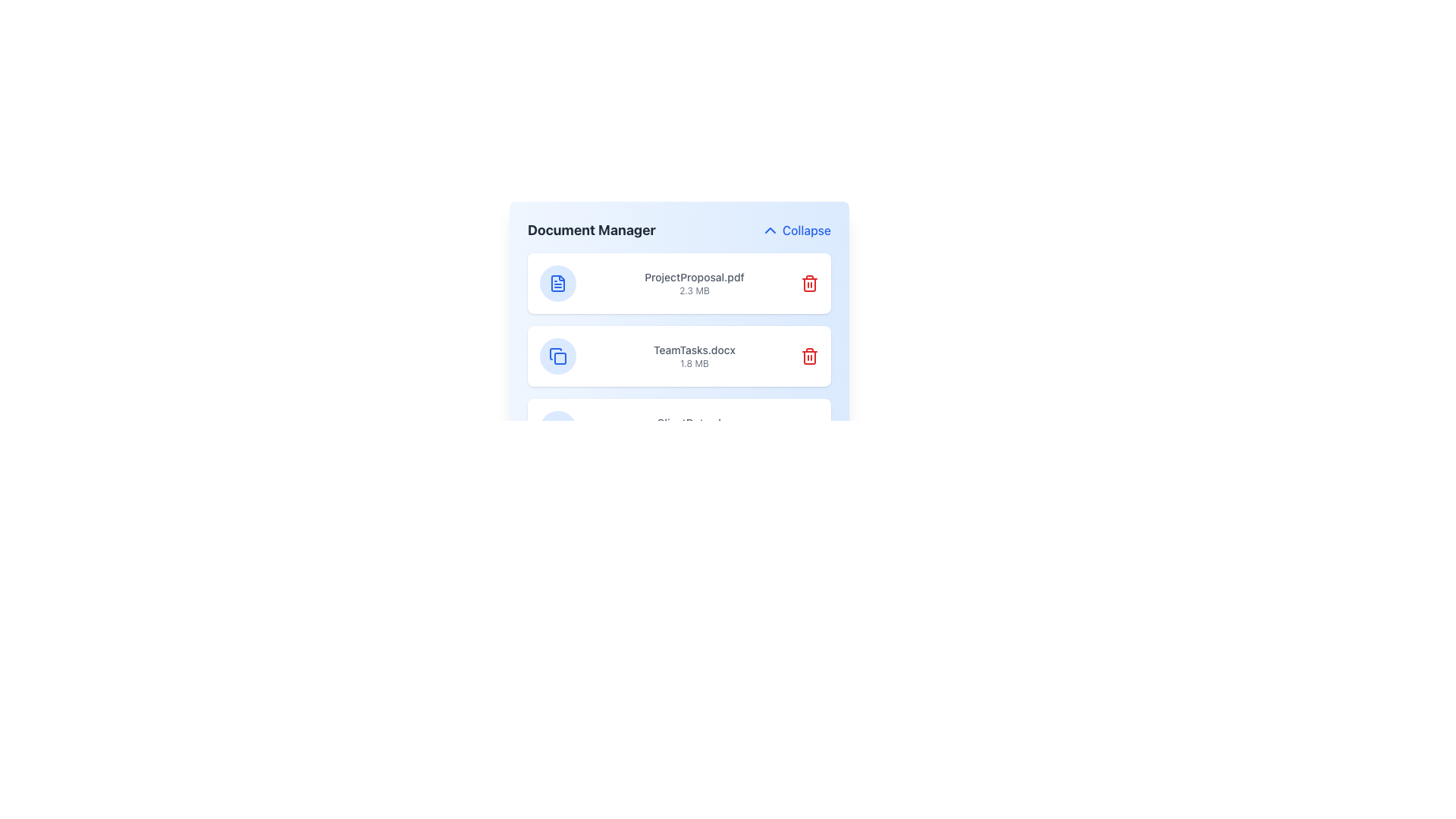 This screenshot has width=1456, height=819. What do you see at coordinates (557, 284) in the screenshot?
I see `the document icon styled in blue, which has a folded corner and is positioned to the left of 'ProjectProposal.pdf' in the 'Document Manager' interface` at bounding box center [557, 284].